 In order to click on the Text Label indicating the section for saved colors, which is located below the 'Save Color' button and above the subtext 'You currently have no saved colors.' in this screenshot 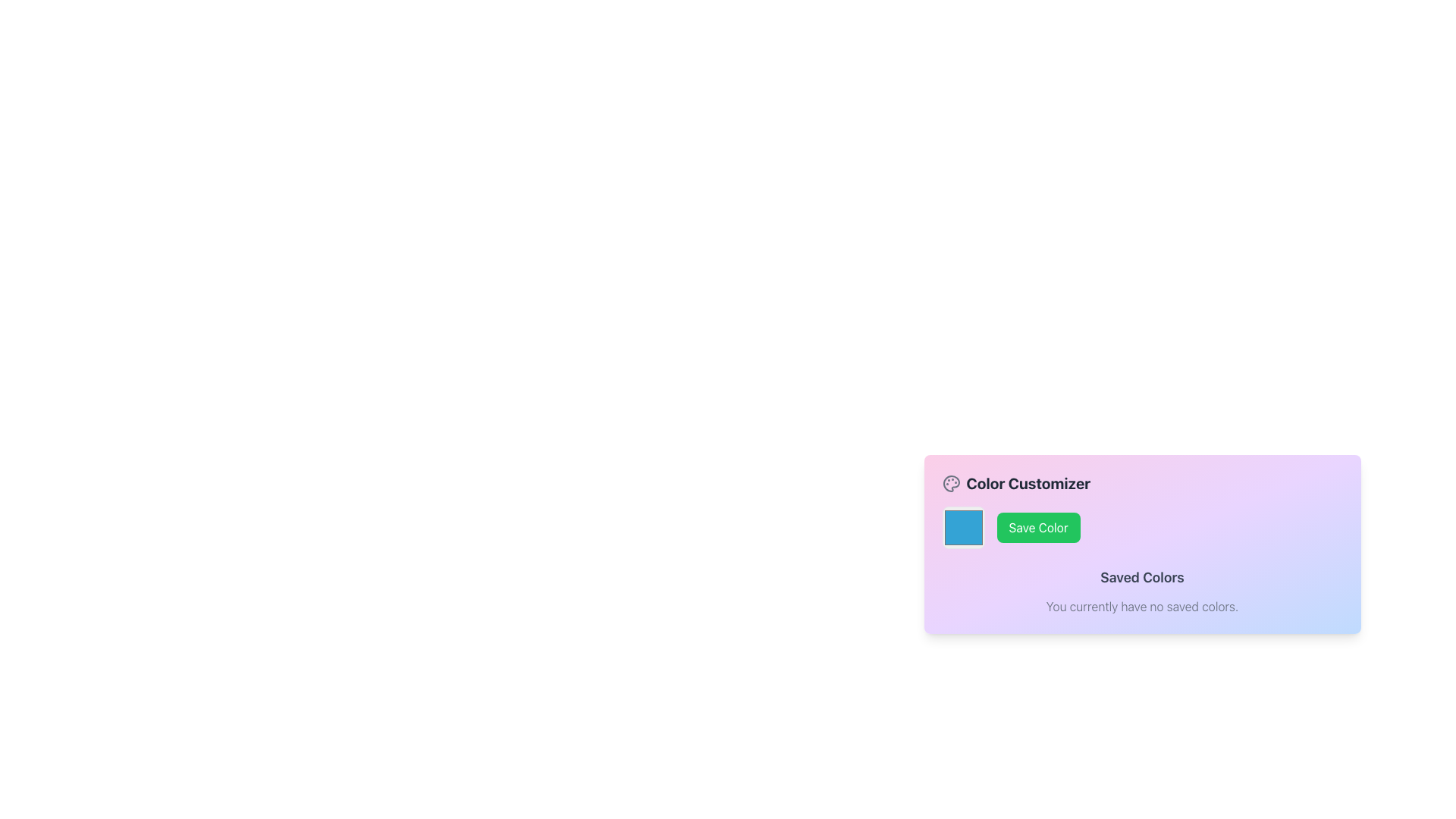, I will do `click(1142, 578)`.